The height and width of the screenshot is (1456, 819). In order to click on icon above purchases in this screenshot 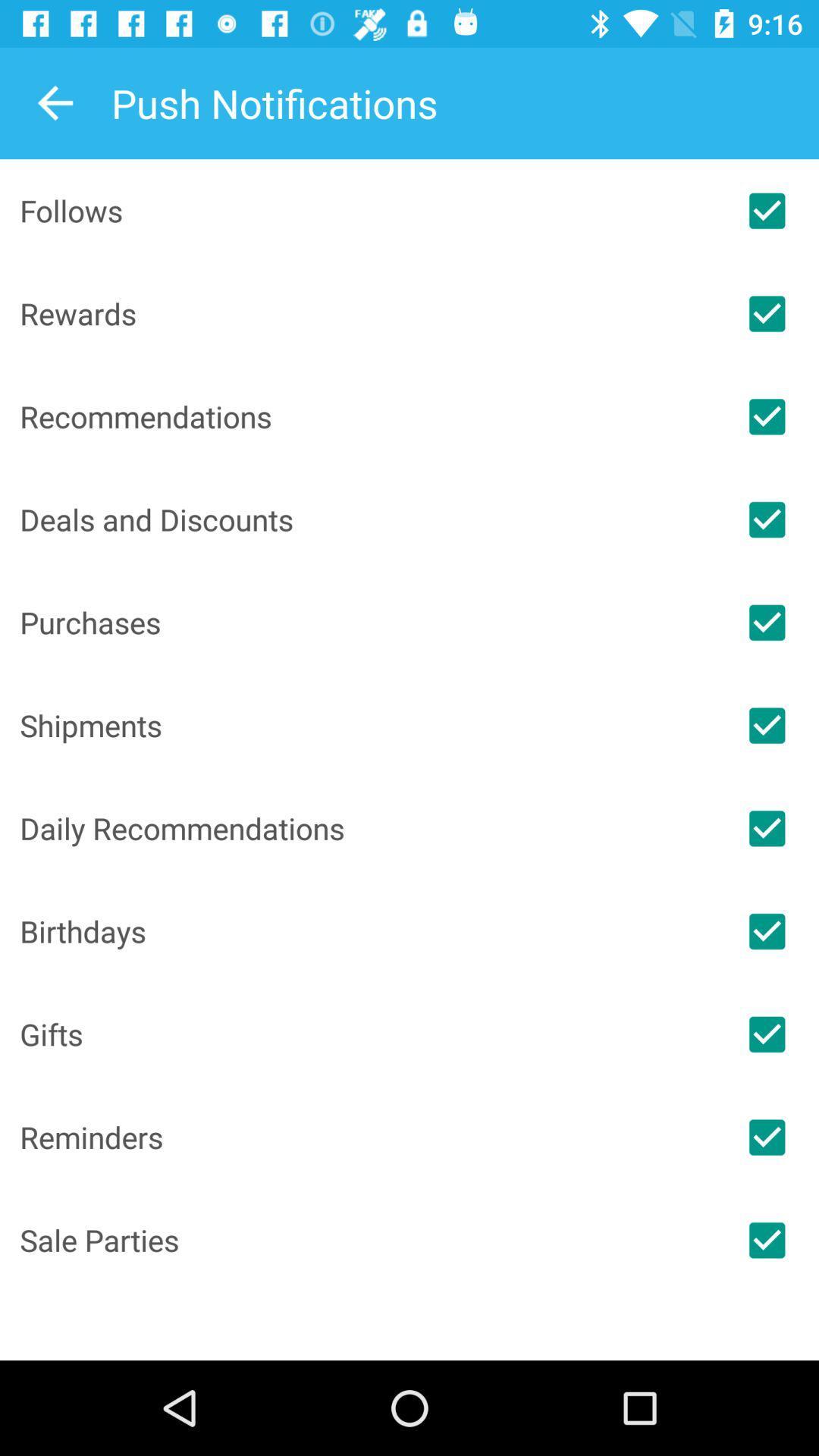, I will do `click(367, 519)`.